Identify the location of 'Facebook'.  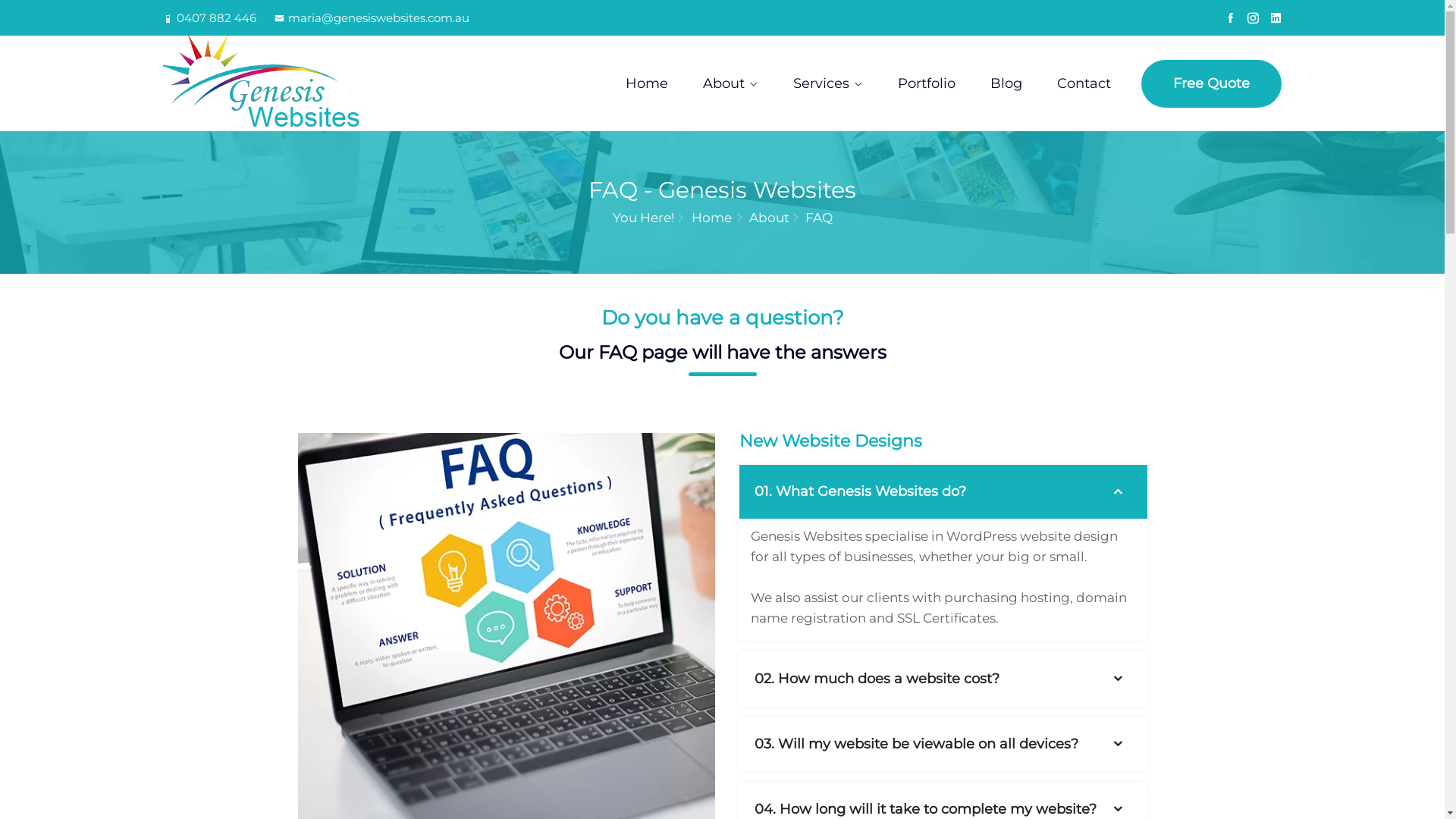
(1230, 17).